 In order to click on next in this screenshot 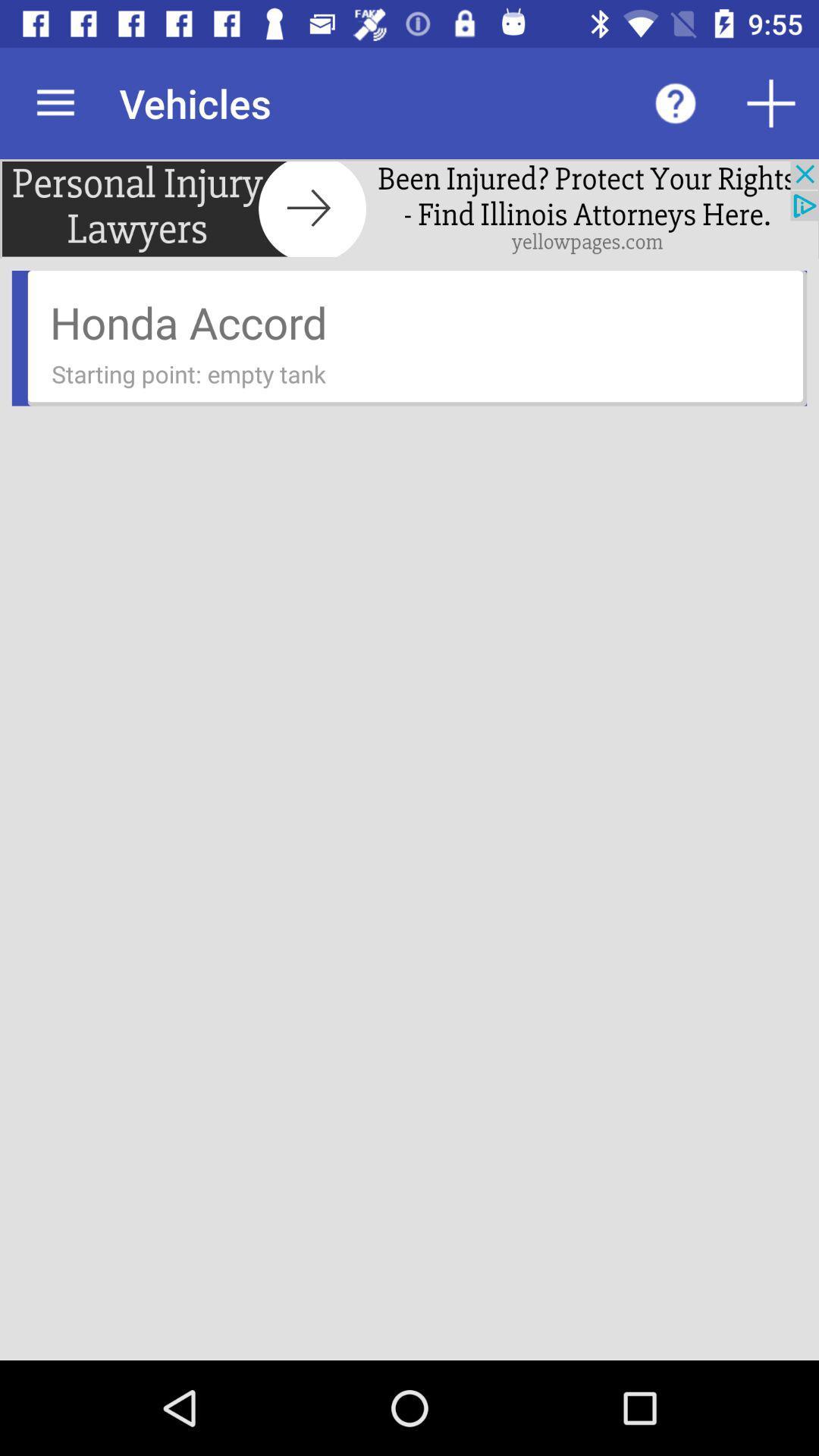, I will do `click(409, 208)`.